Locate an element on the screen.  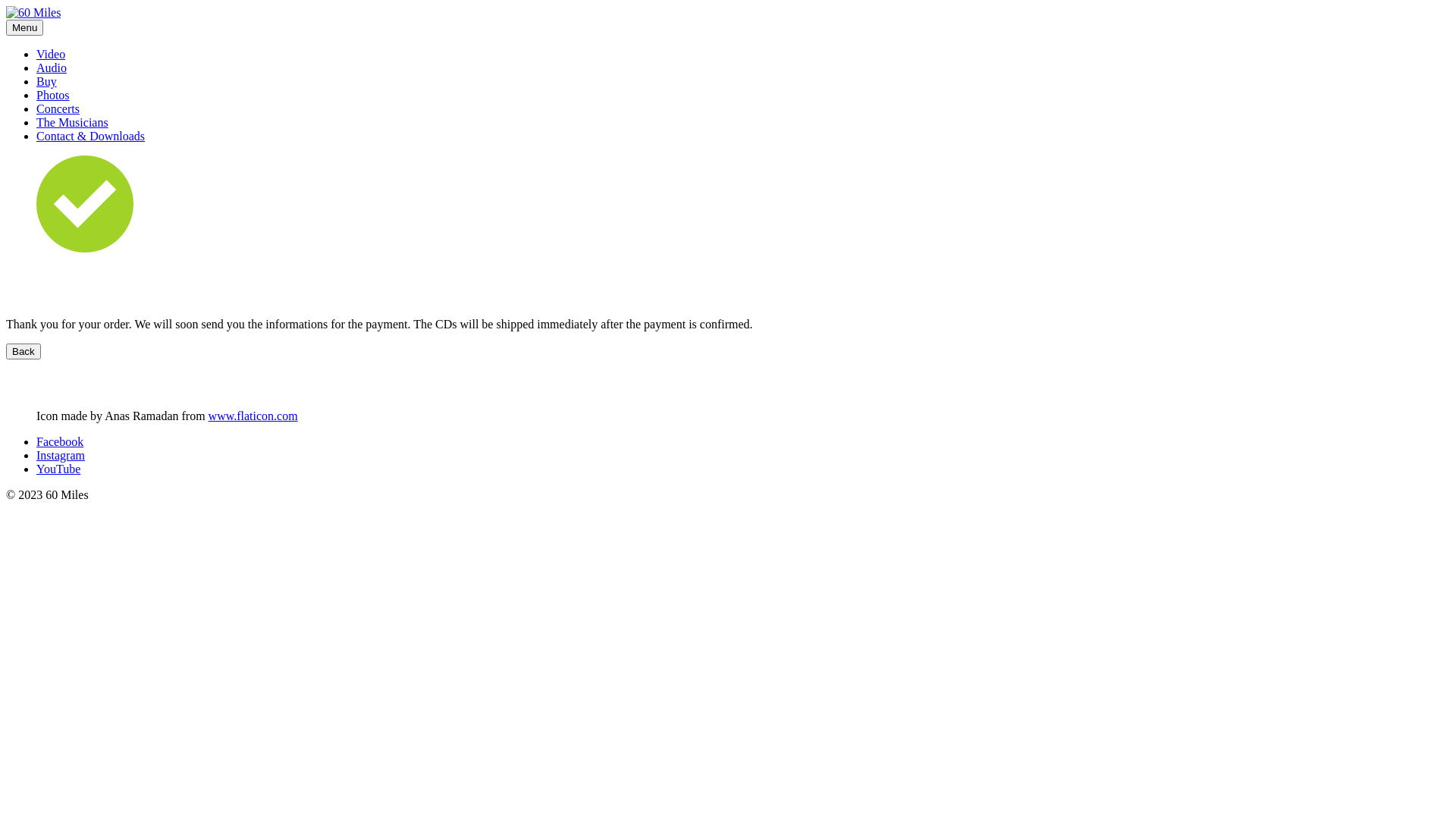
'The Musicians' is located at coordinates (36, 121).